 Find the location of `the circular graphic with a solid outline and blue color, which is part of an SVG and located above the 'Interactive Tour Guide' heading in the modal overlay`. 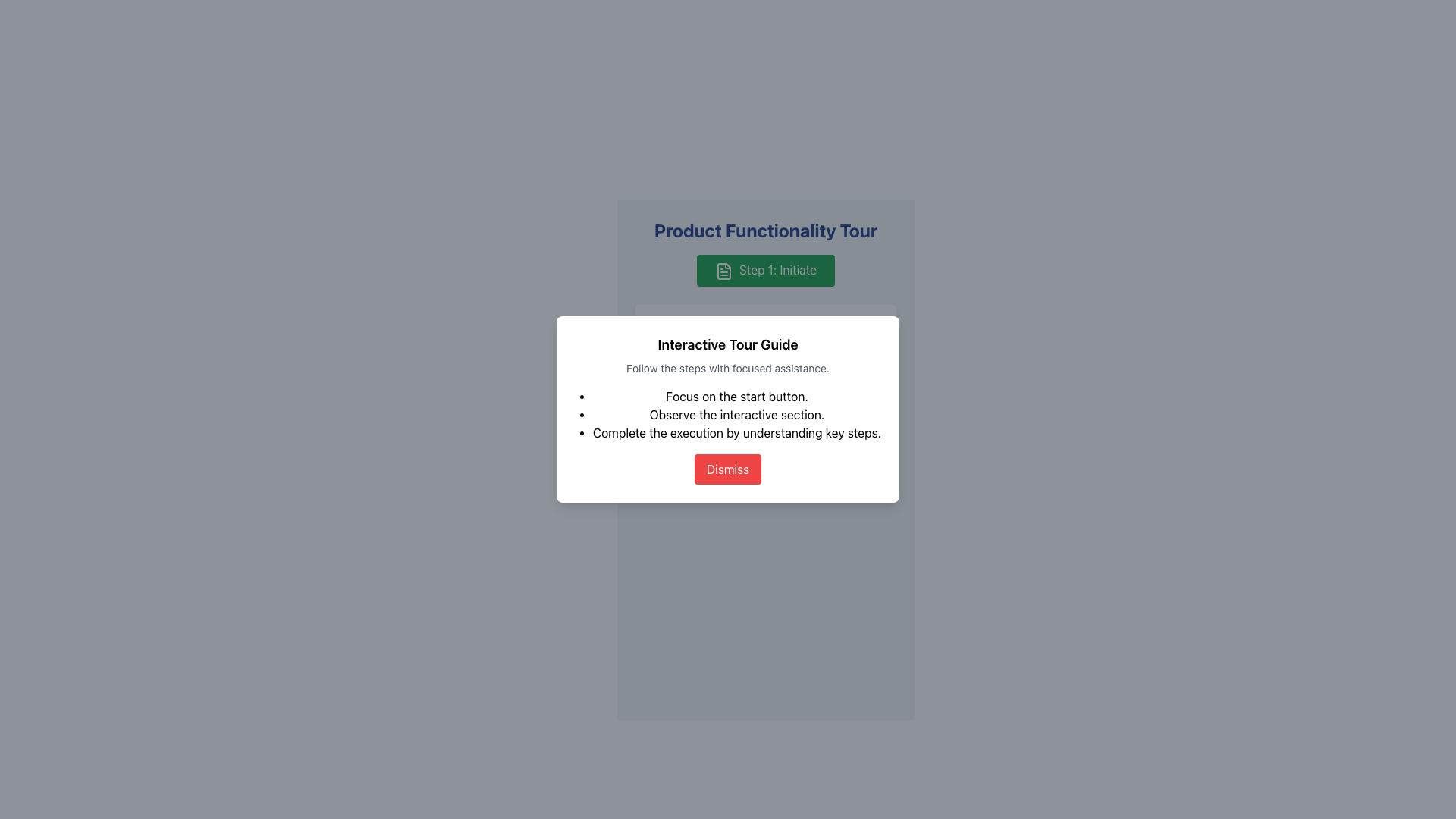

the circular graphic with a solid outline and blue color, which is part of an SVG and located above the 'Interactive Tour Guide' heading in the modal overlay is located at coordinates (765, 331).